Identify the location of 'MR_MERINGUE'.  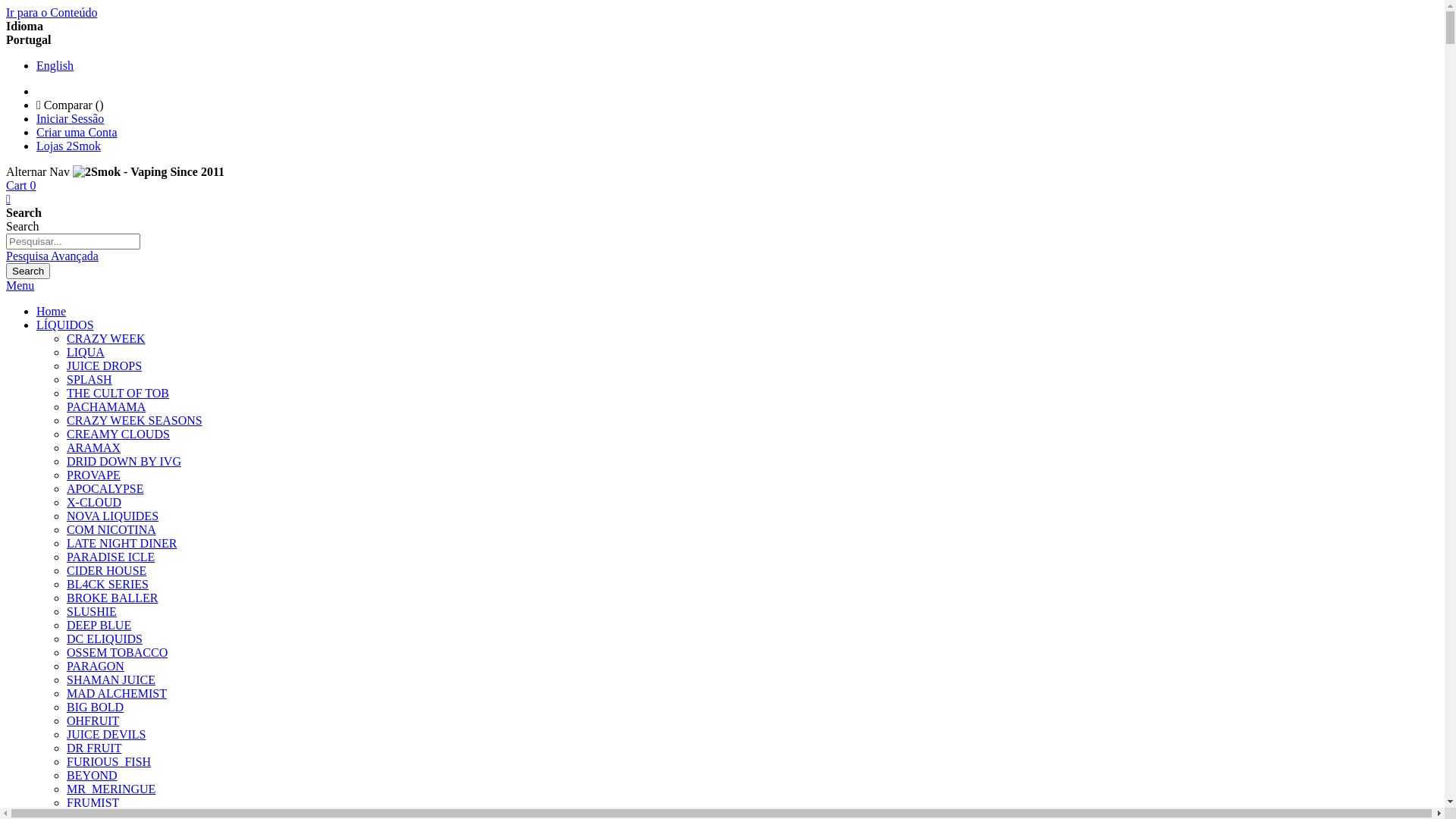
(110, 788).